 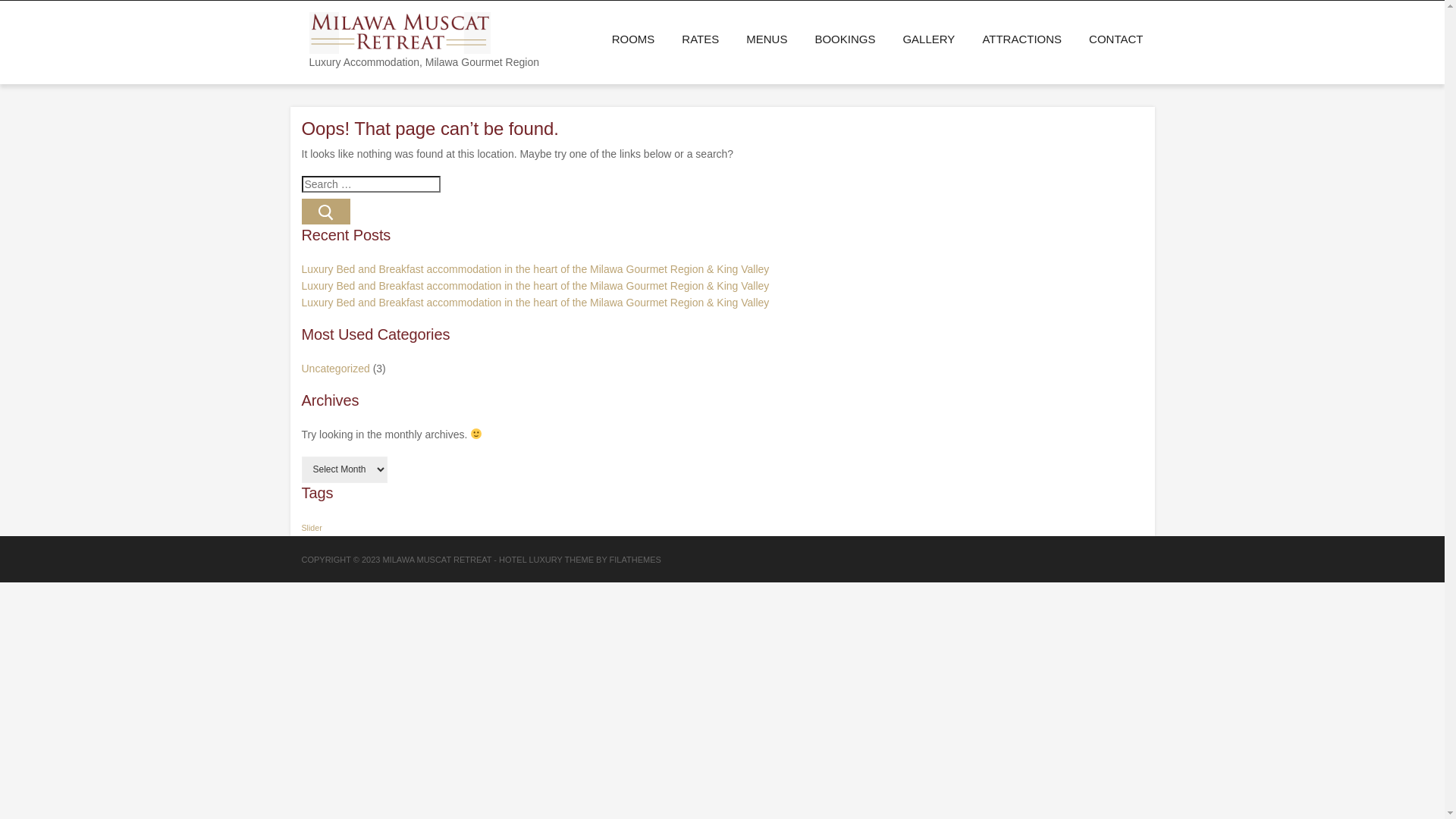 What do you see at coordinates (334, 369) in the screenshot?
I see `'Uncategorized'` at bounding box center [334, 369].